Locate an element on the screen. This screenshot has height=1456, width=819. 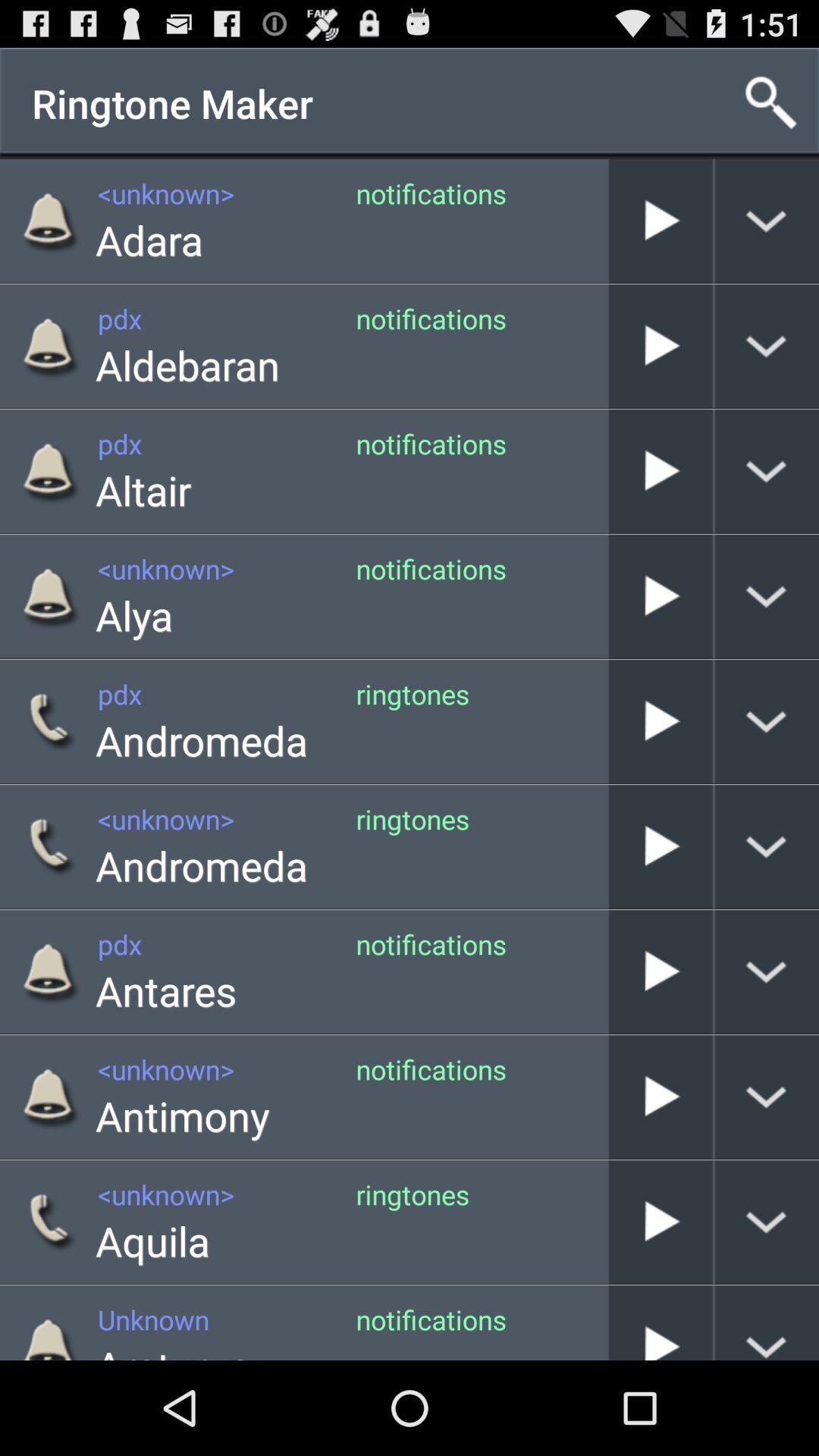
view details is located at coordinates (767, 720).